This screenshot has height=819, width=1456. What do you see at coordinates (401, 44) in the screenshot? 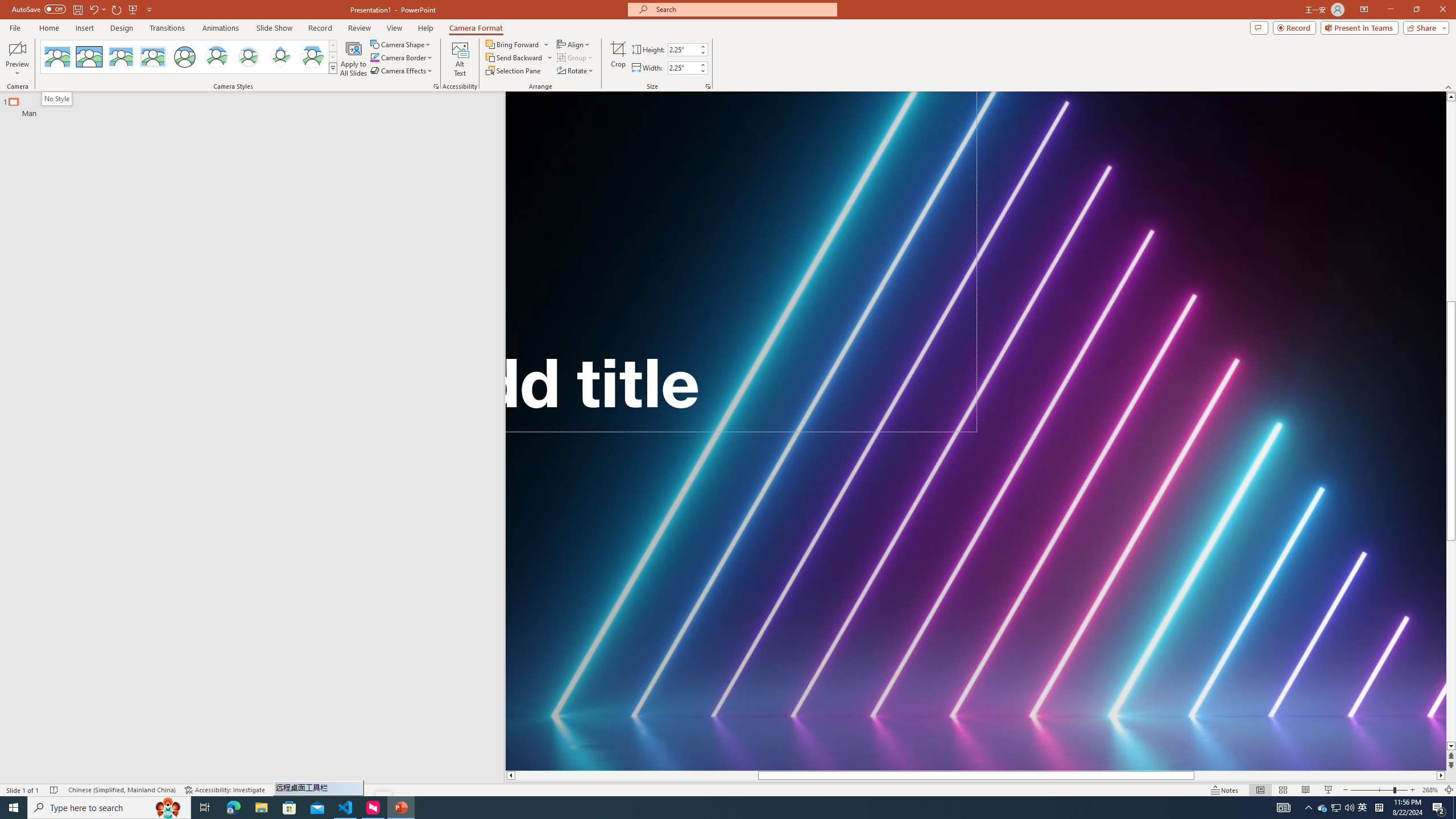
I see `'Camera Shape'` at bounding box center [401, 44].